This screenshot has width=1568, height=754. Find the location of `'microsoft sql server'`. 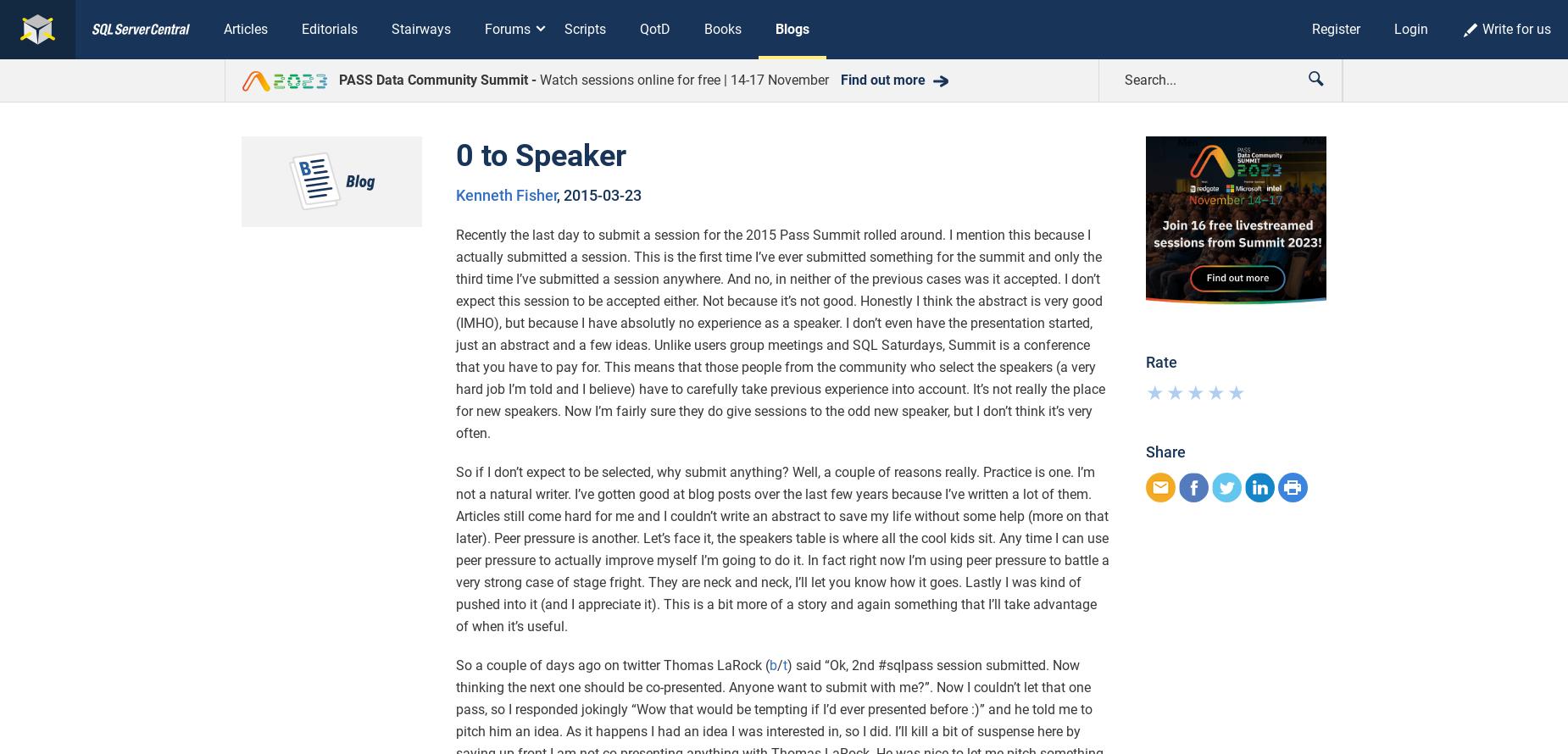

'microsoft sql server' is located at coordinates (455, 291).